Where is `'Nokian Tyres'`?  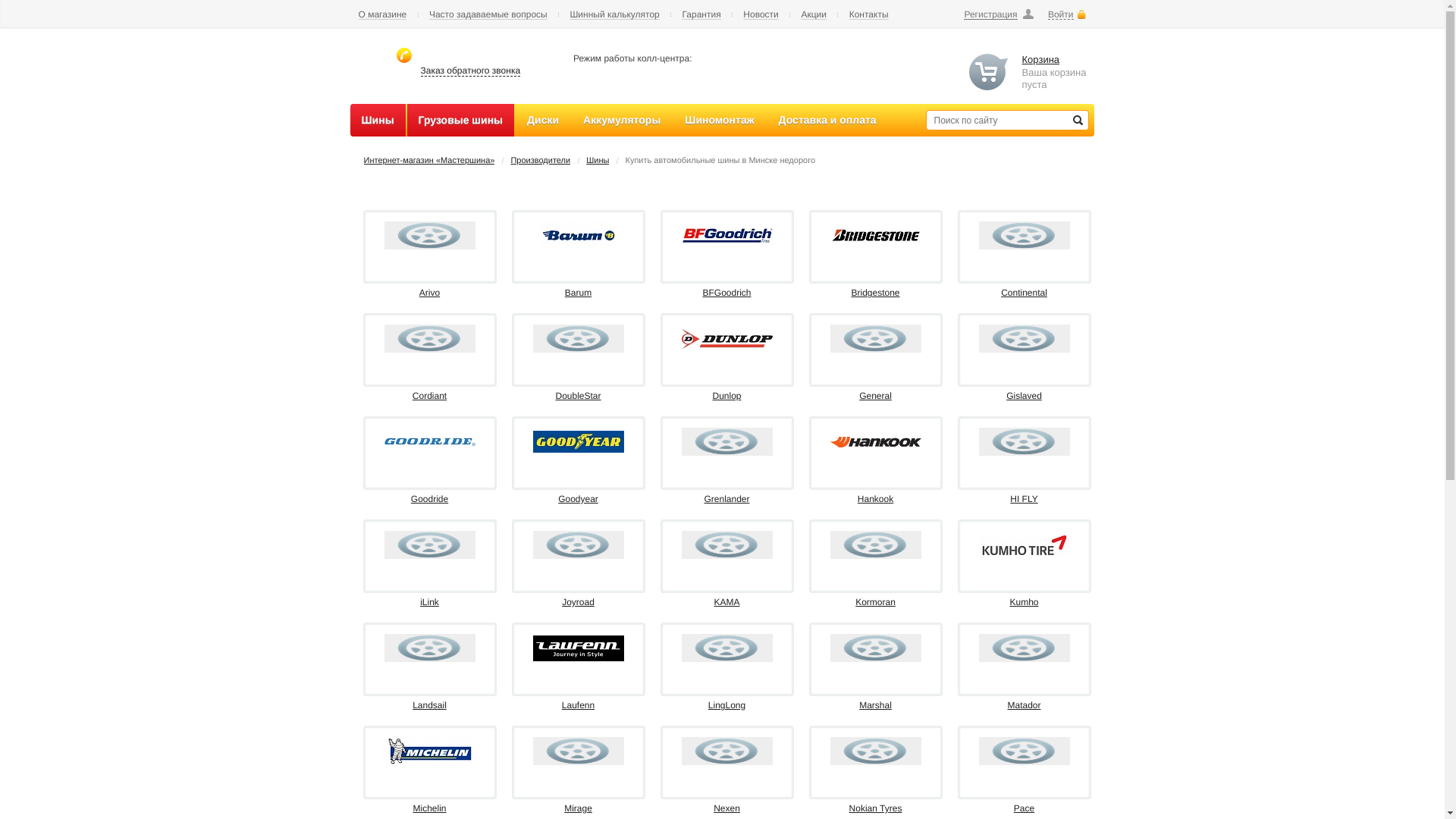
'Nokian Tyres' is located at coordinates (848, 807).